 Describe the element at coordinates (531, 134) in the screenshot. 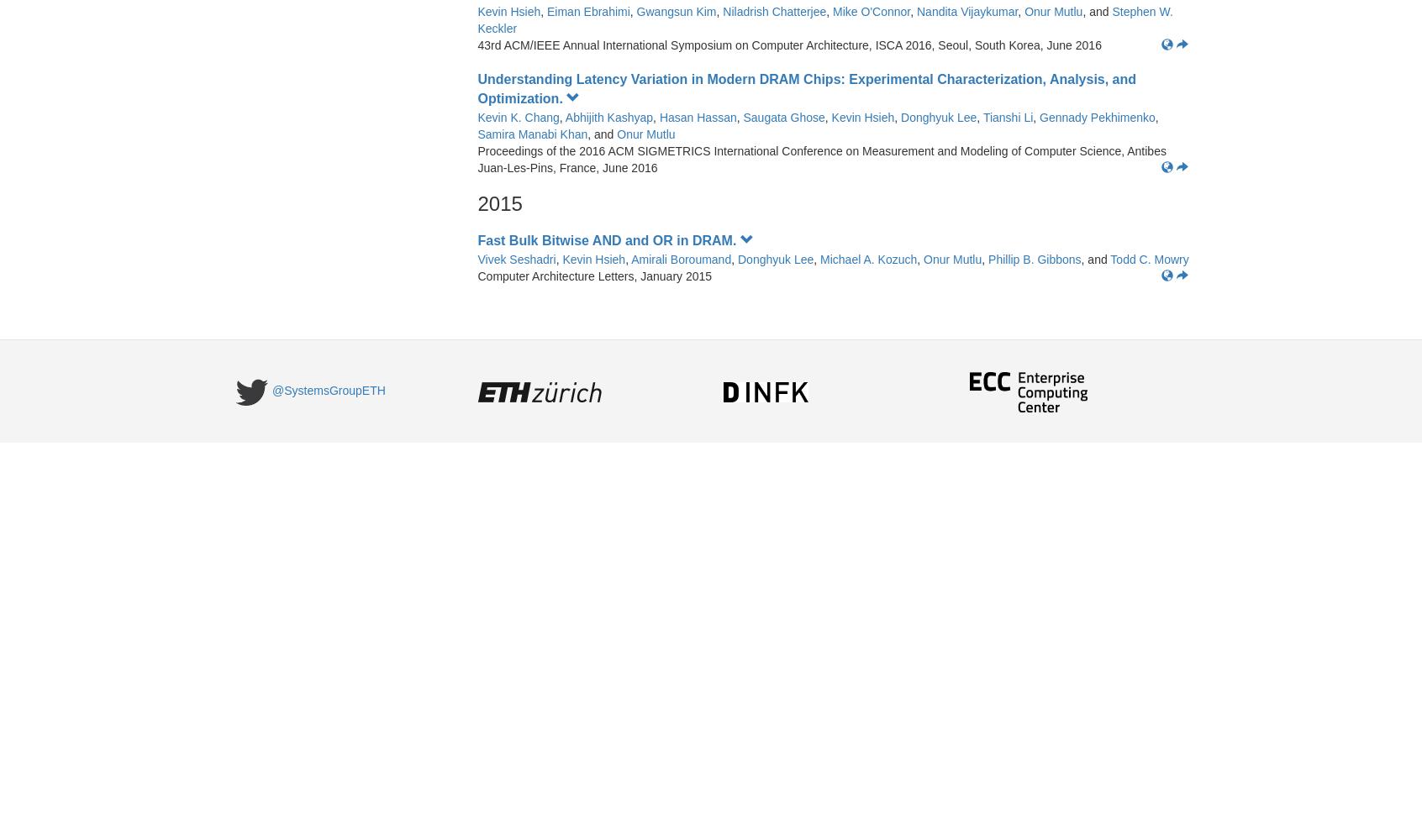

I see `'Samira Manabi Khan'` at that location.